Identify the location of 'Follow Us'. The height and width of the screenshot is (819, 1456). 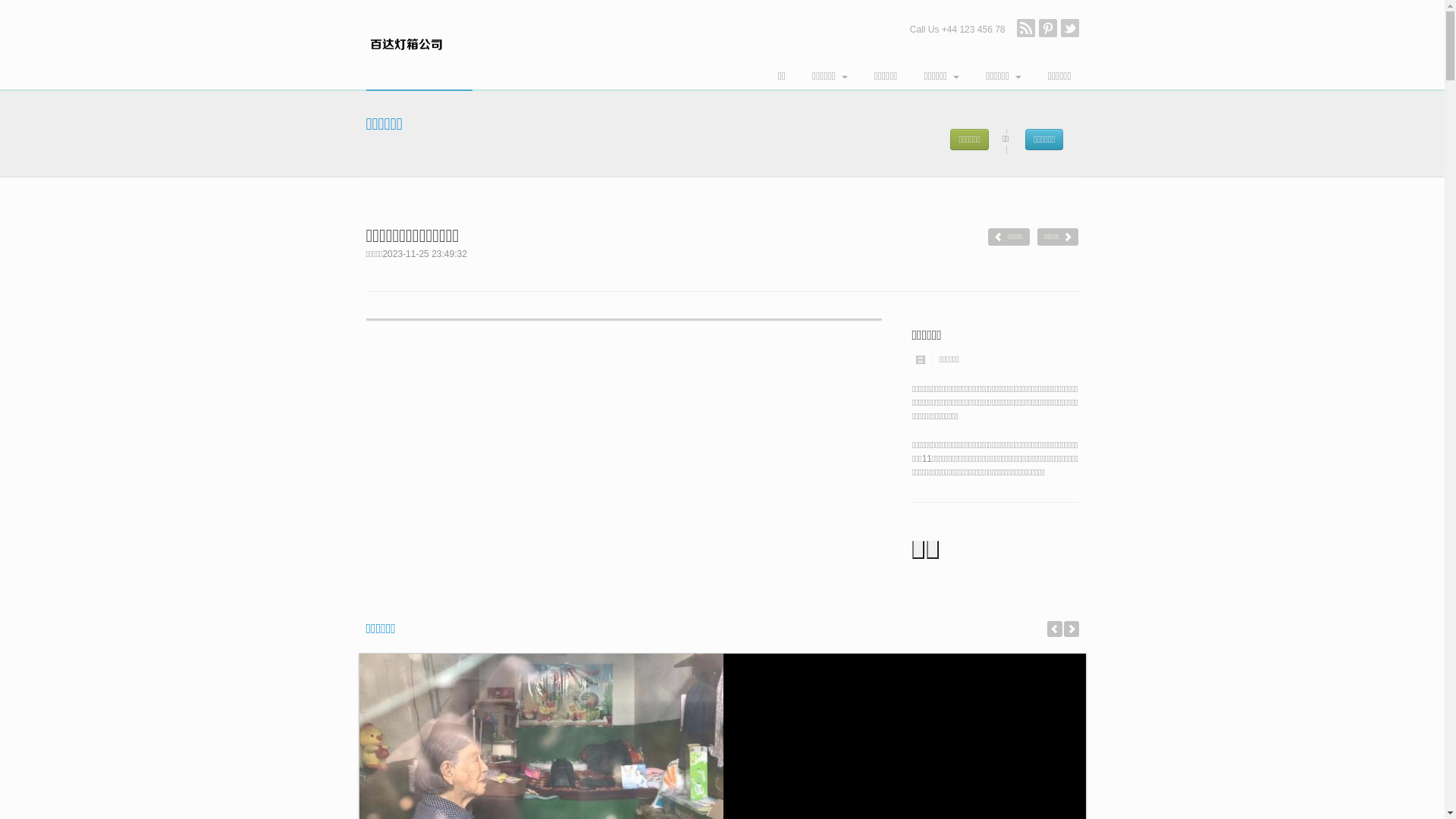
(1068, 28).